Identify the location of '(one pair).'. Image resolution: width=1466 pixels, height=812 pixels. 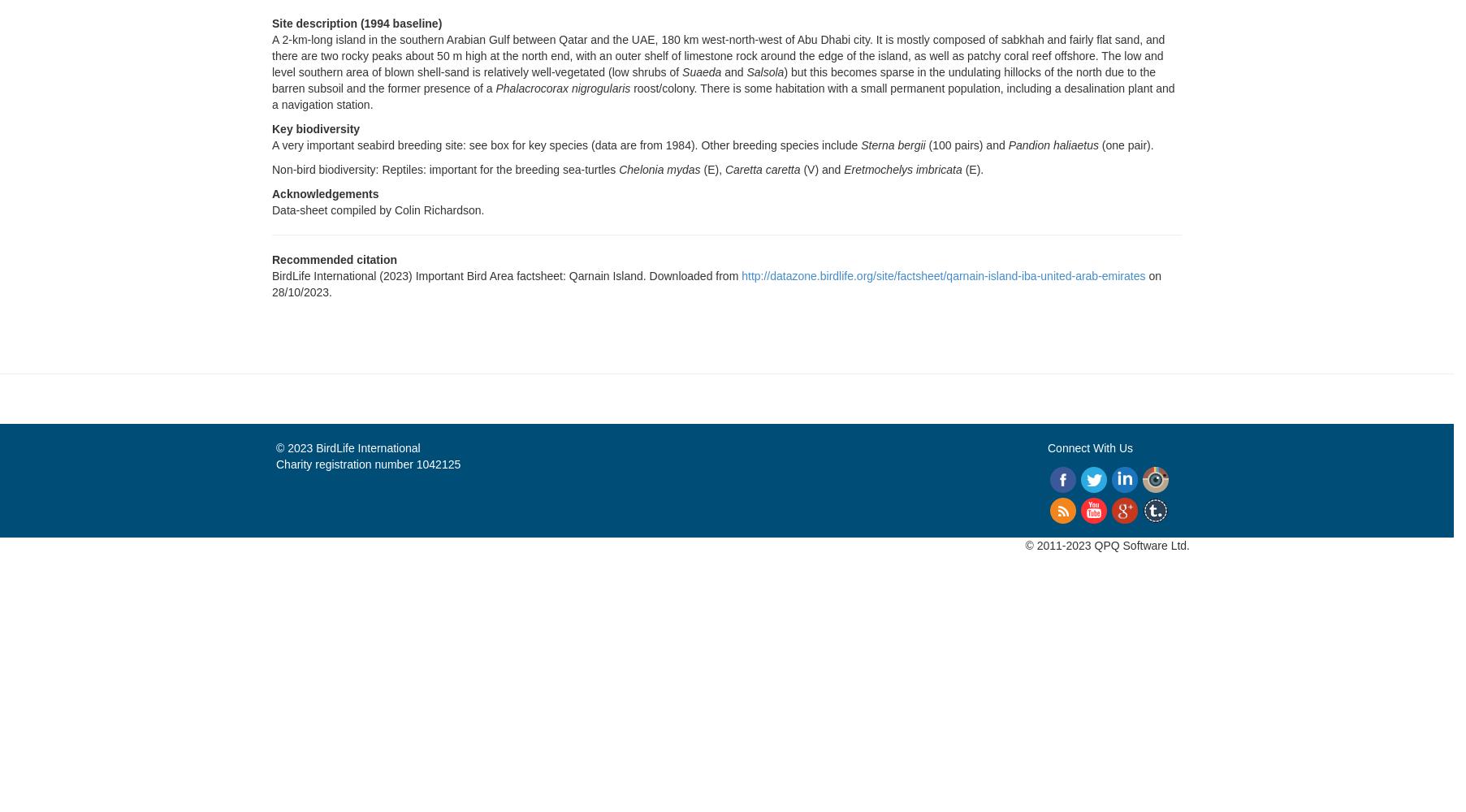
(1126, 145).